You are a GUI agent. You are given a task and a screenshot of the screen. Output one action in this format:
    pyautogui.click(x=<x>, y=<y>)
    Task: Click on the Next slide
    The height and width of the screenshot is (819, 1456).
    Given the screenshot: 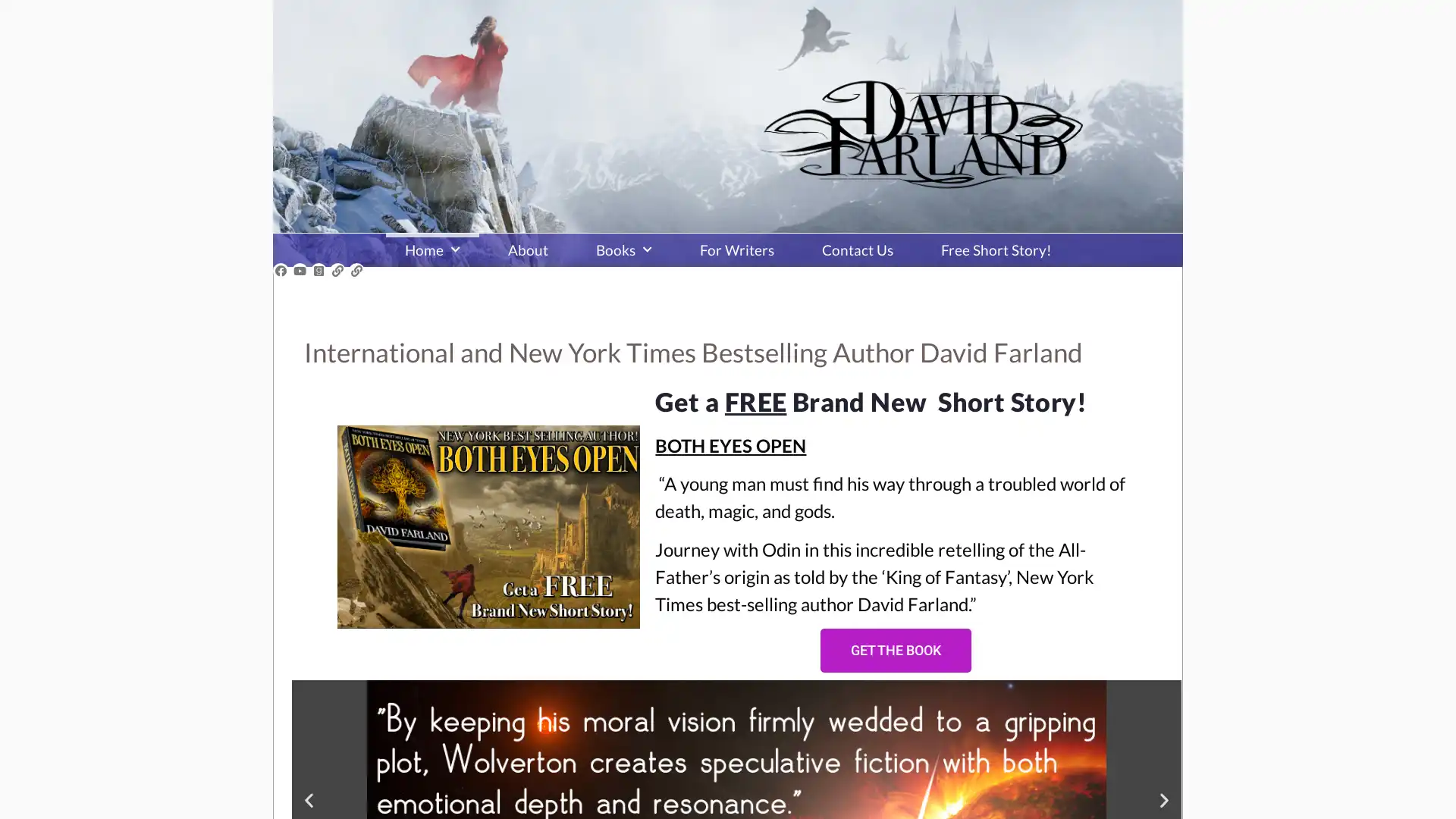 What is the action you would take?
    pyautogui.click(x=1163, y=799)
    